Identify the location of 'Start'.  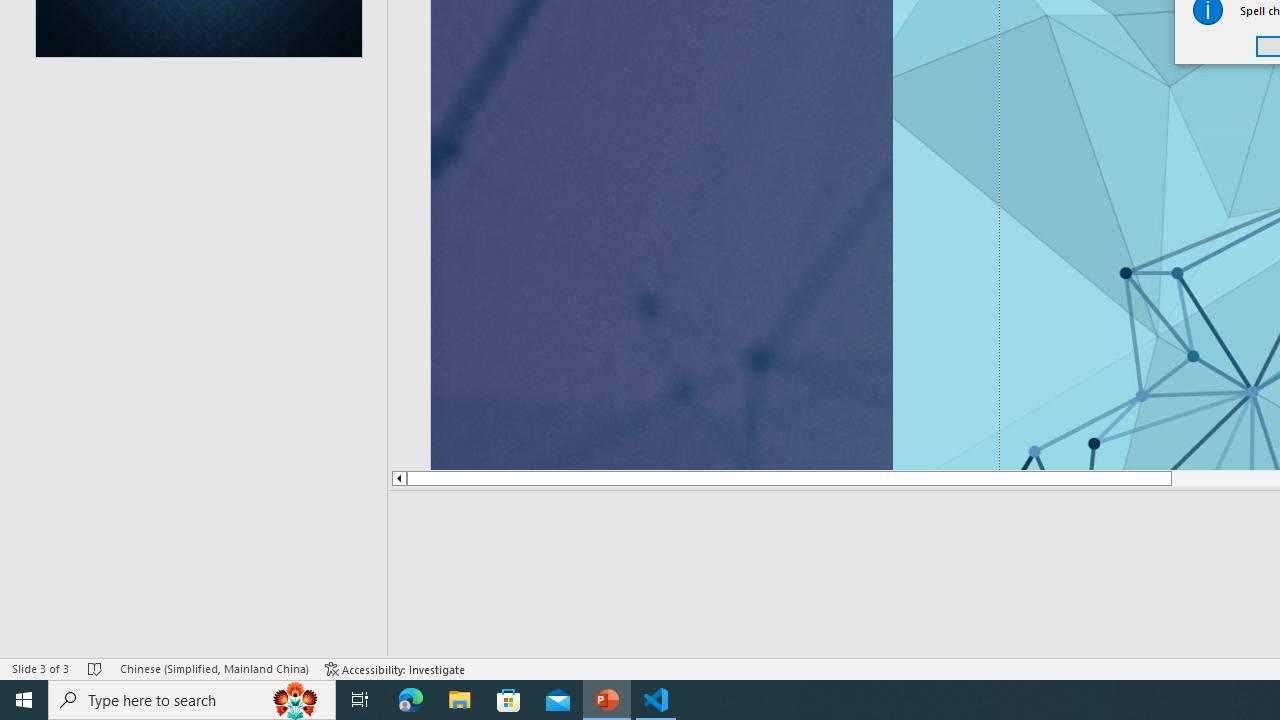
(24, 698).